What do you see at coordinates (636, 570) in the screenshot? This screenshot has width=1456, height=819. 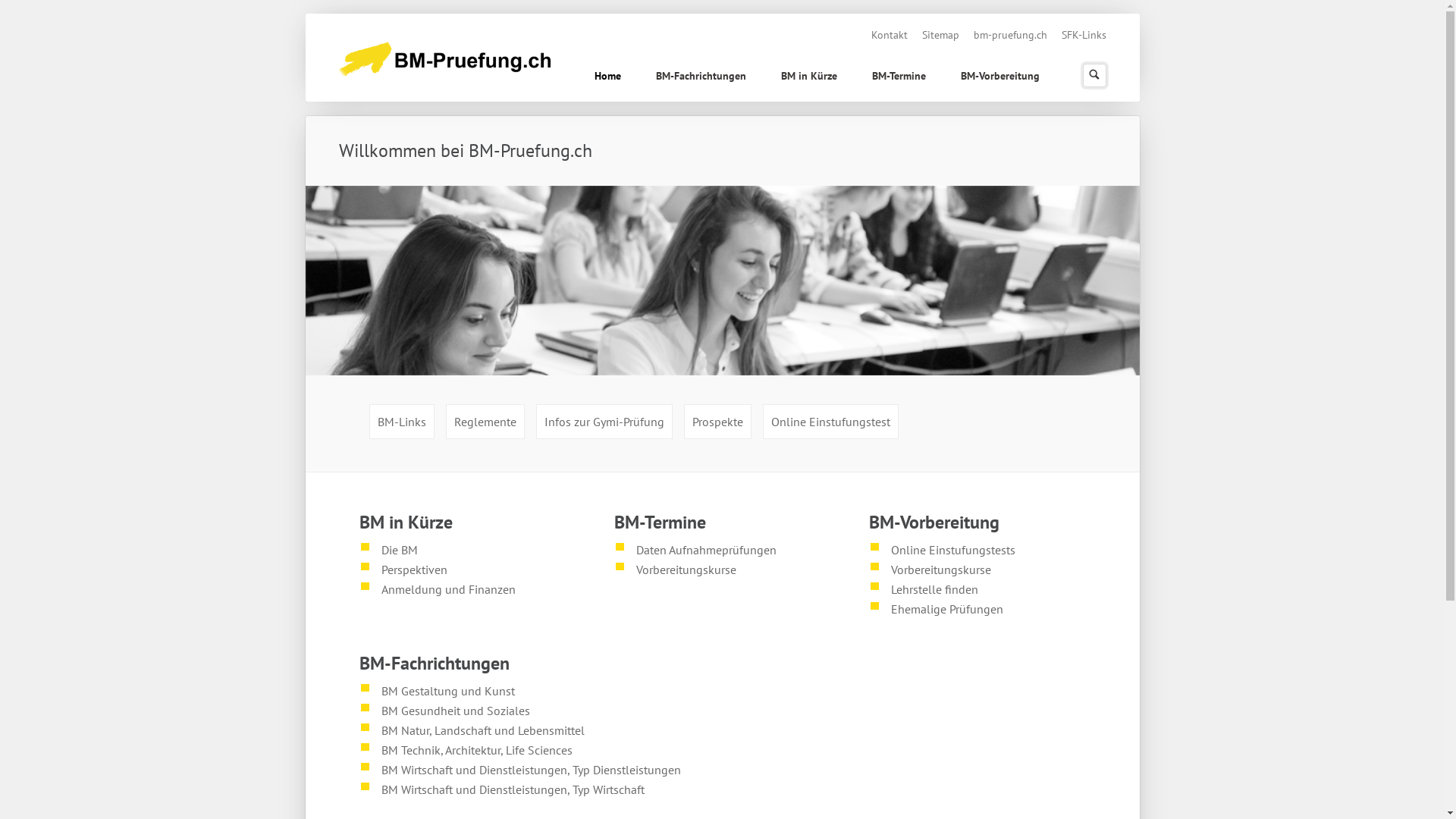 I see `'Vorbereitungskurse'` at bounding box center [636, 570].